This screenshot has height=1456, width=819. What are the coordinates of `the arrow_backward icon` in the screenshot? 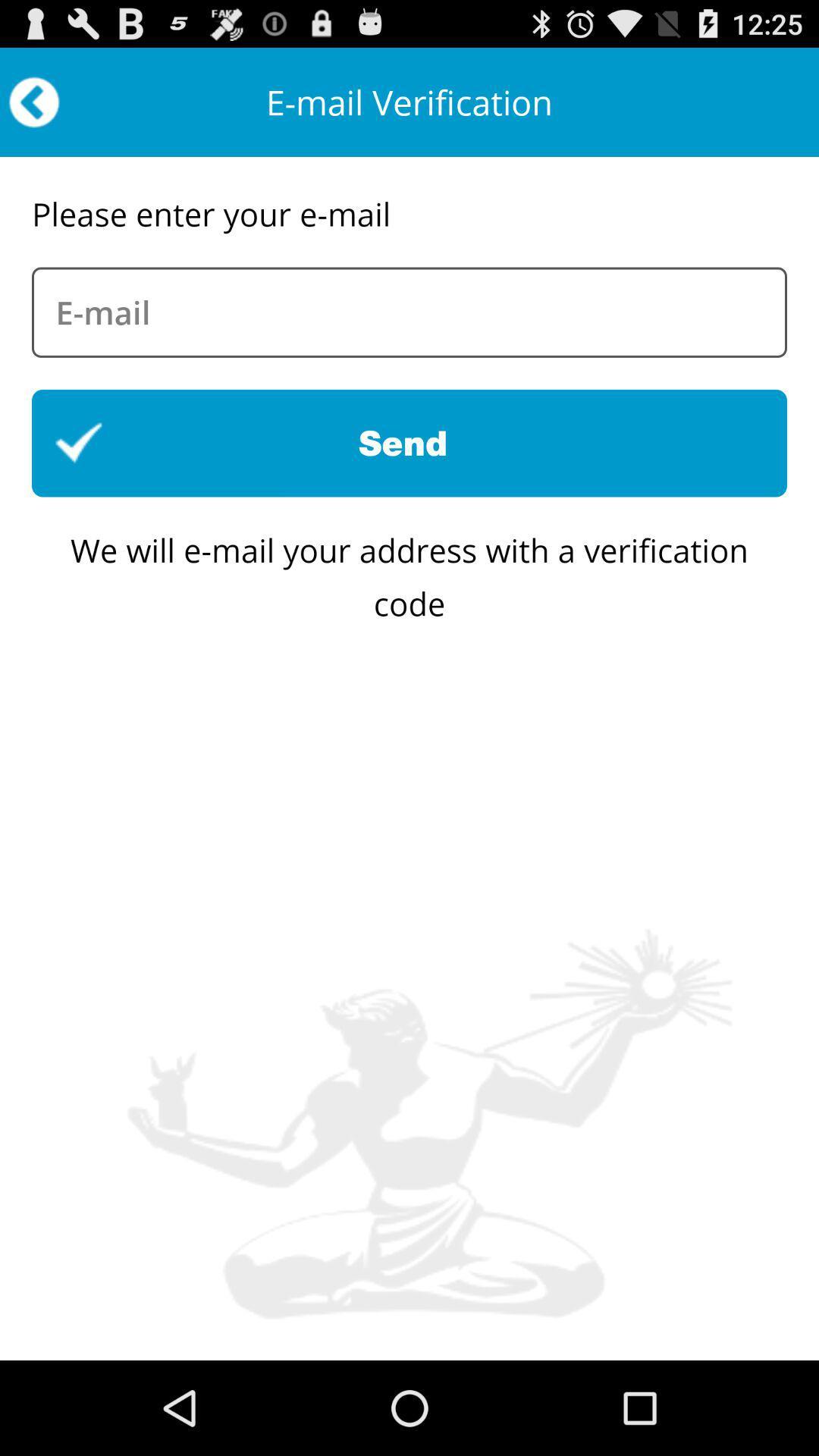 It's located at (34, 108).